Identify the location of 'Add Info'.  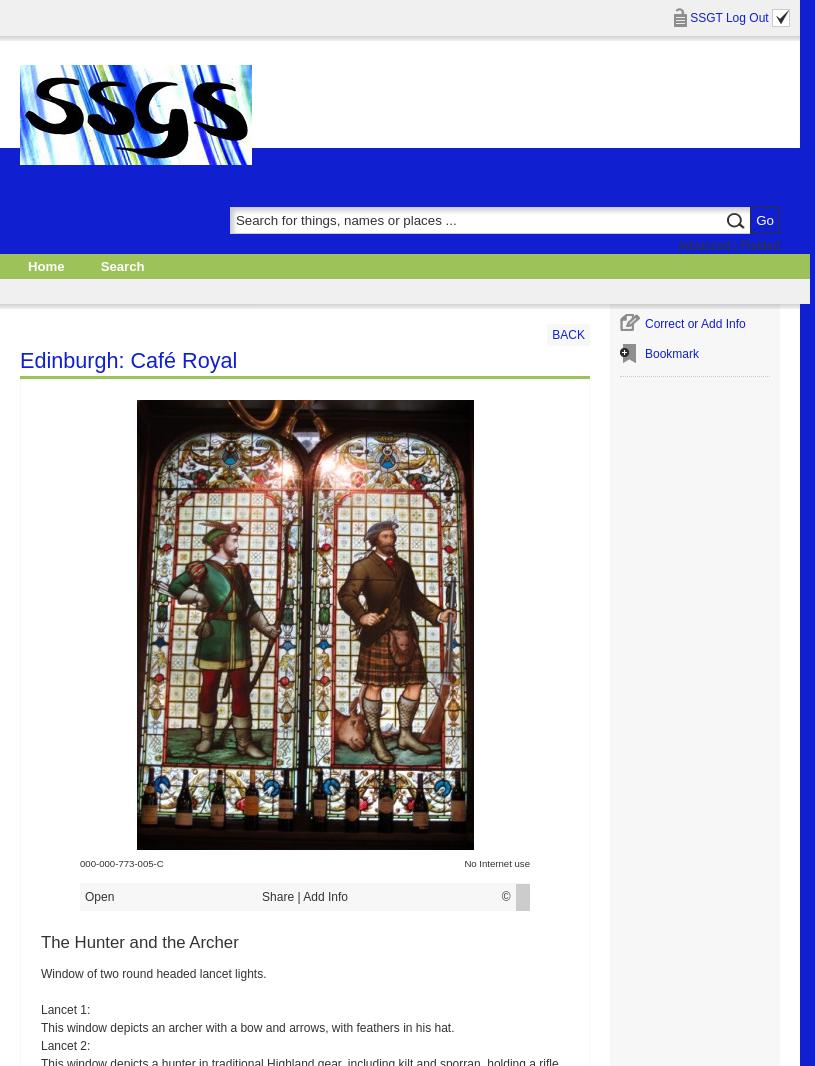
(324, 897).